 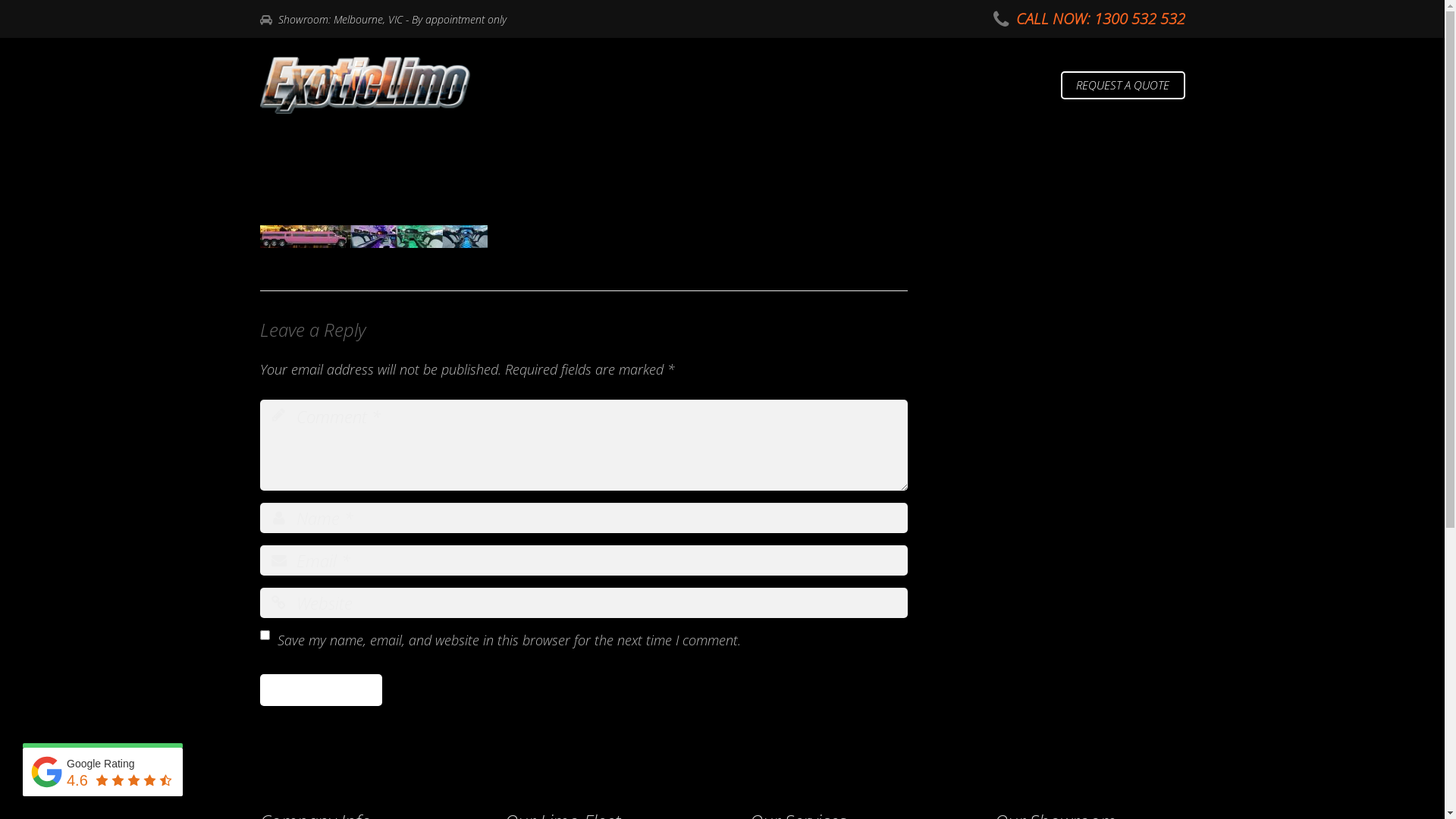 What do you see at coordinates (1123, 85) in the screenshot?
I see `'REQUEST A QUOTE'` at bounding box center [1123, 85].